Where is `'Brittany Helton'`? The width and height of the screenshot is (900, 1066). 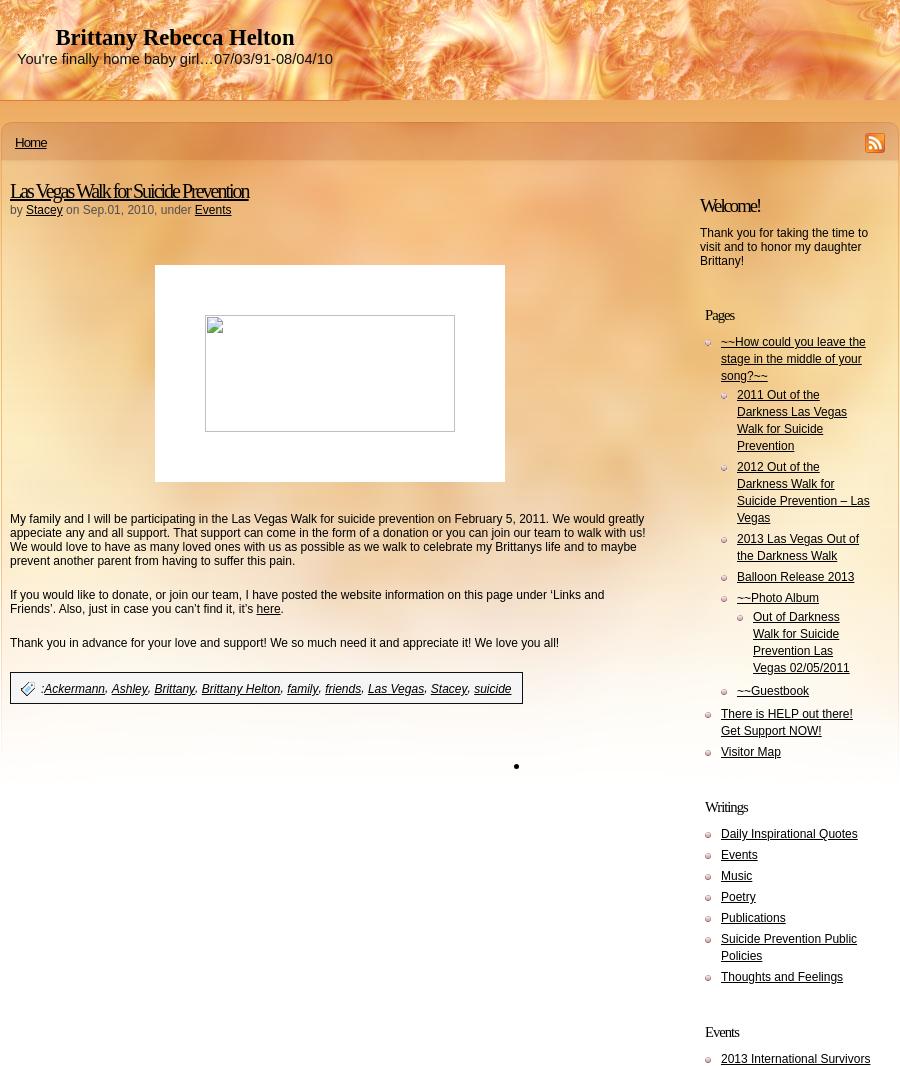 'Brittany Helton' is located at coordinates (239, 686).